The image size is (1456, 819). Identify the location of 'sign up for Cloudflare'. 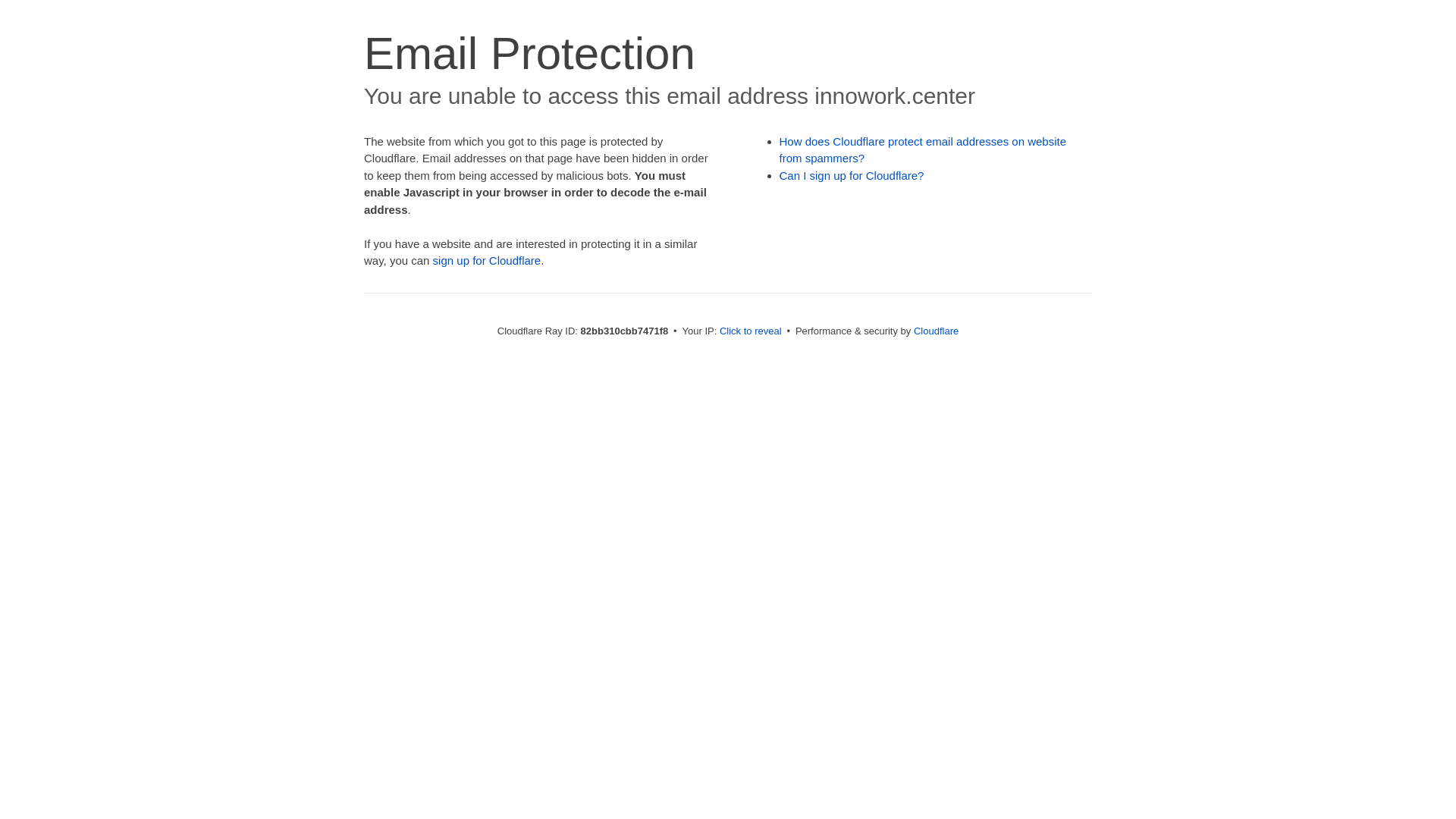
(432, 259).